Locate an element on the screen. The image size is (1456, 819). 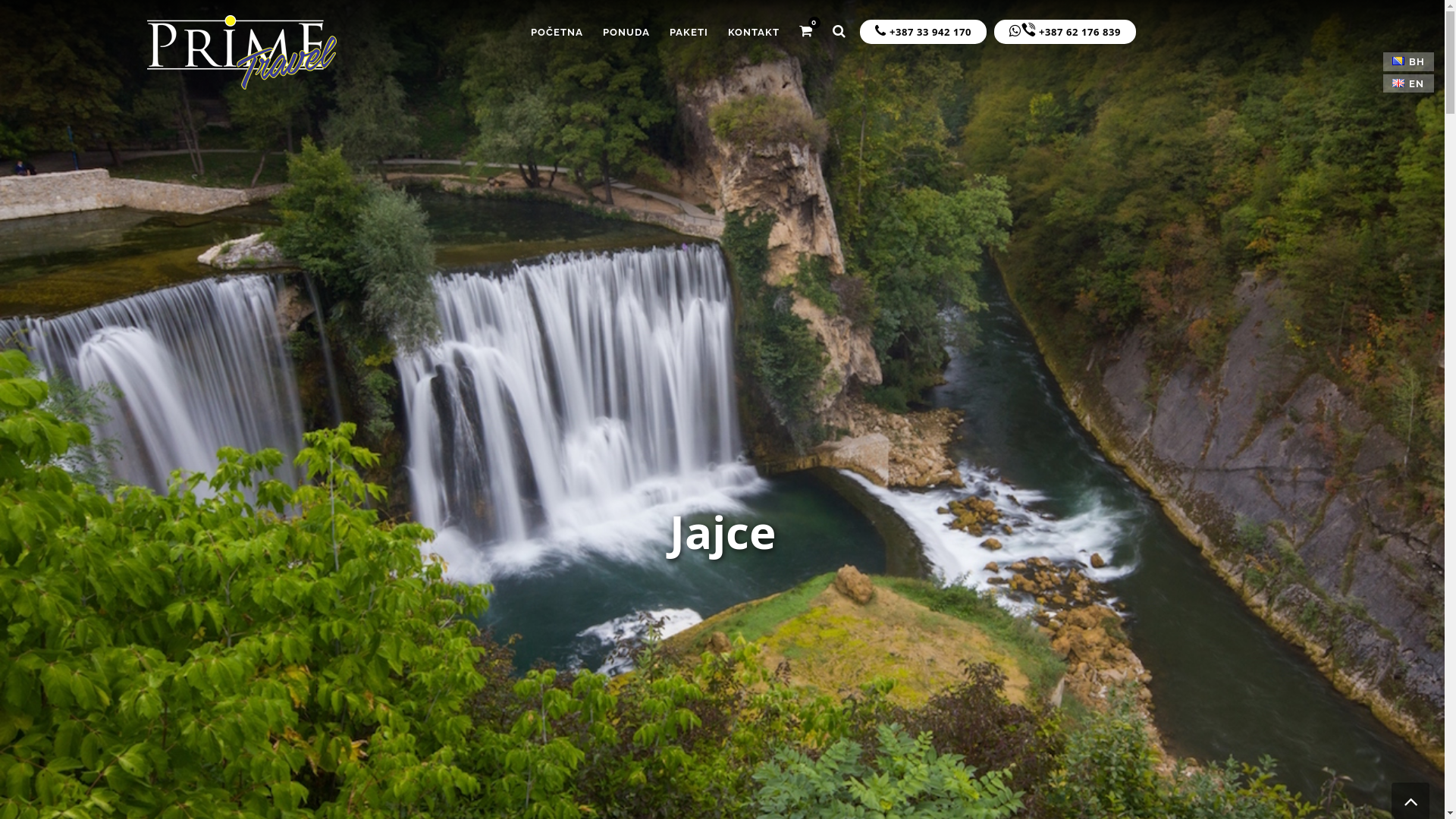
'+387 33 942 170' is located at coordinates (859, 32).